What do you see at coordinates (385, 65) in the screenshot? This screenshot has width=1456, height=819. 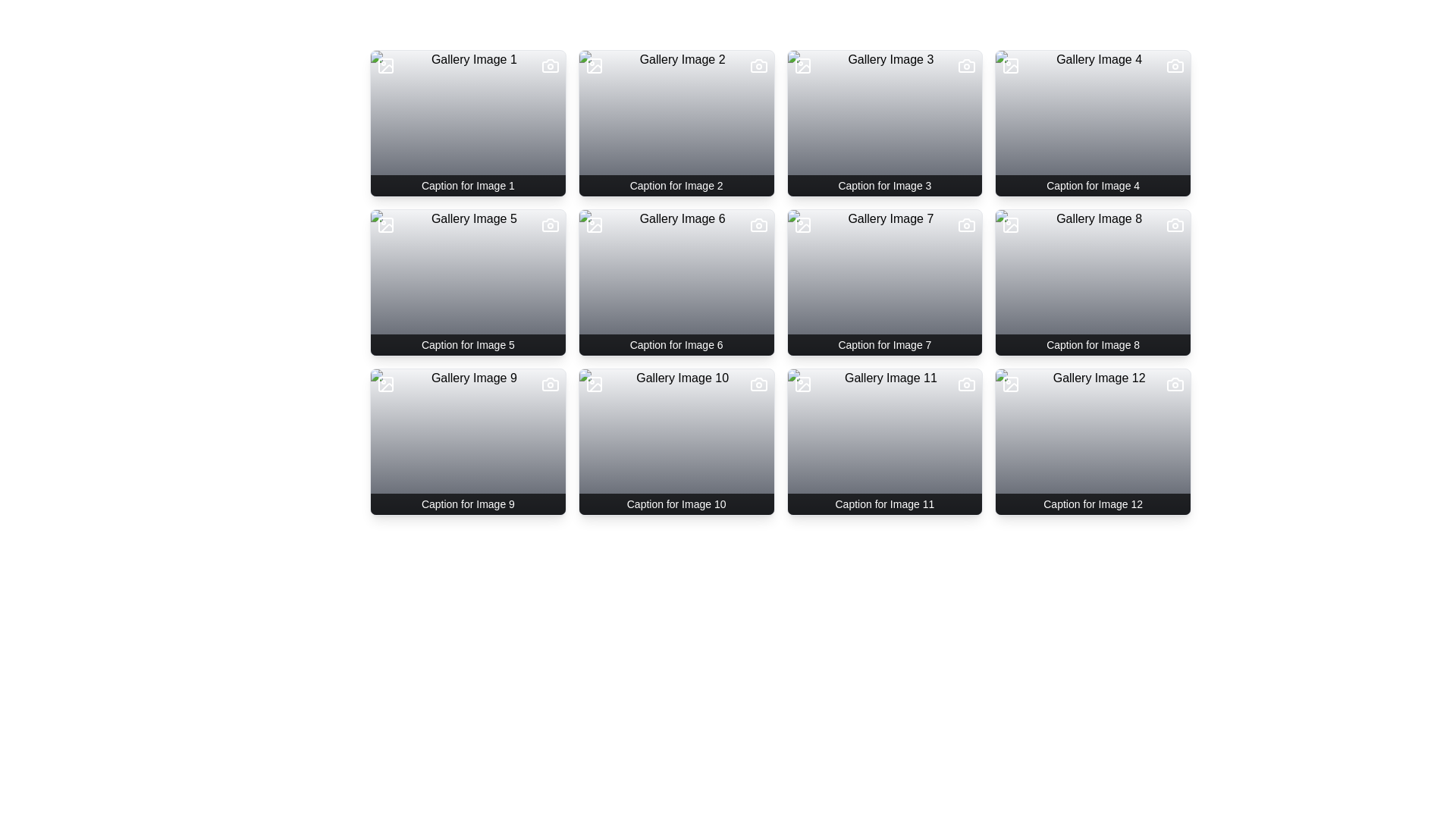 I see `icon located in the top-left corner of the 'Gallery Image 1' card, which symbolizes an image-related feature` at bounding box center [385, 65].